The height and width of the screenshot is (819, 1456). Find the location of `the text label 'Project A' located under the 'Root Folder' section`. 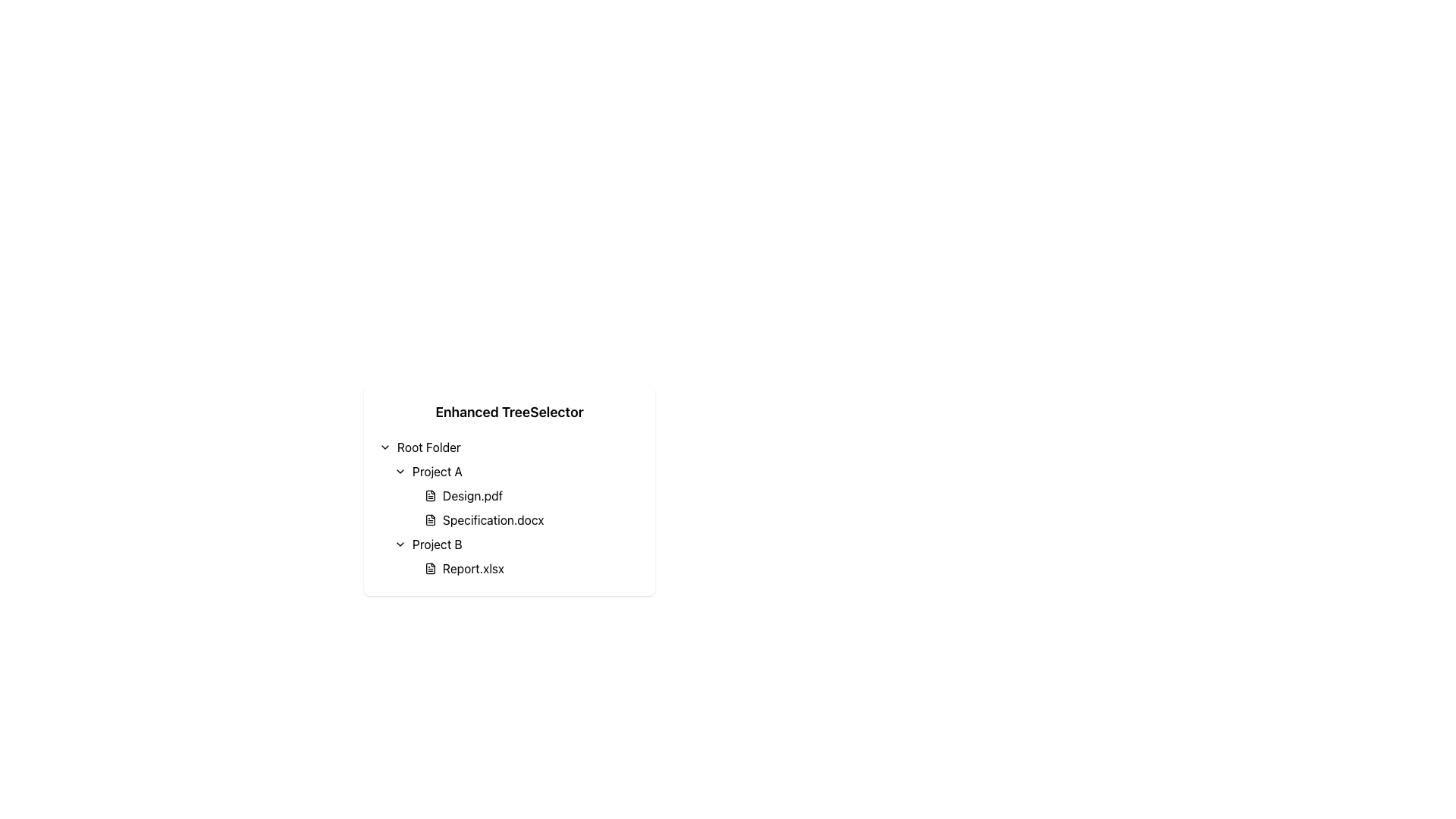

the text label 'Project A' located under the 'Root Folder' section is located at coordinates (436, 470).